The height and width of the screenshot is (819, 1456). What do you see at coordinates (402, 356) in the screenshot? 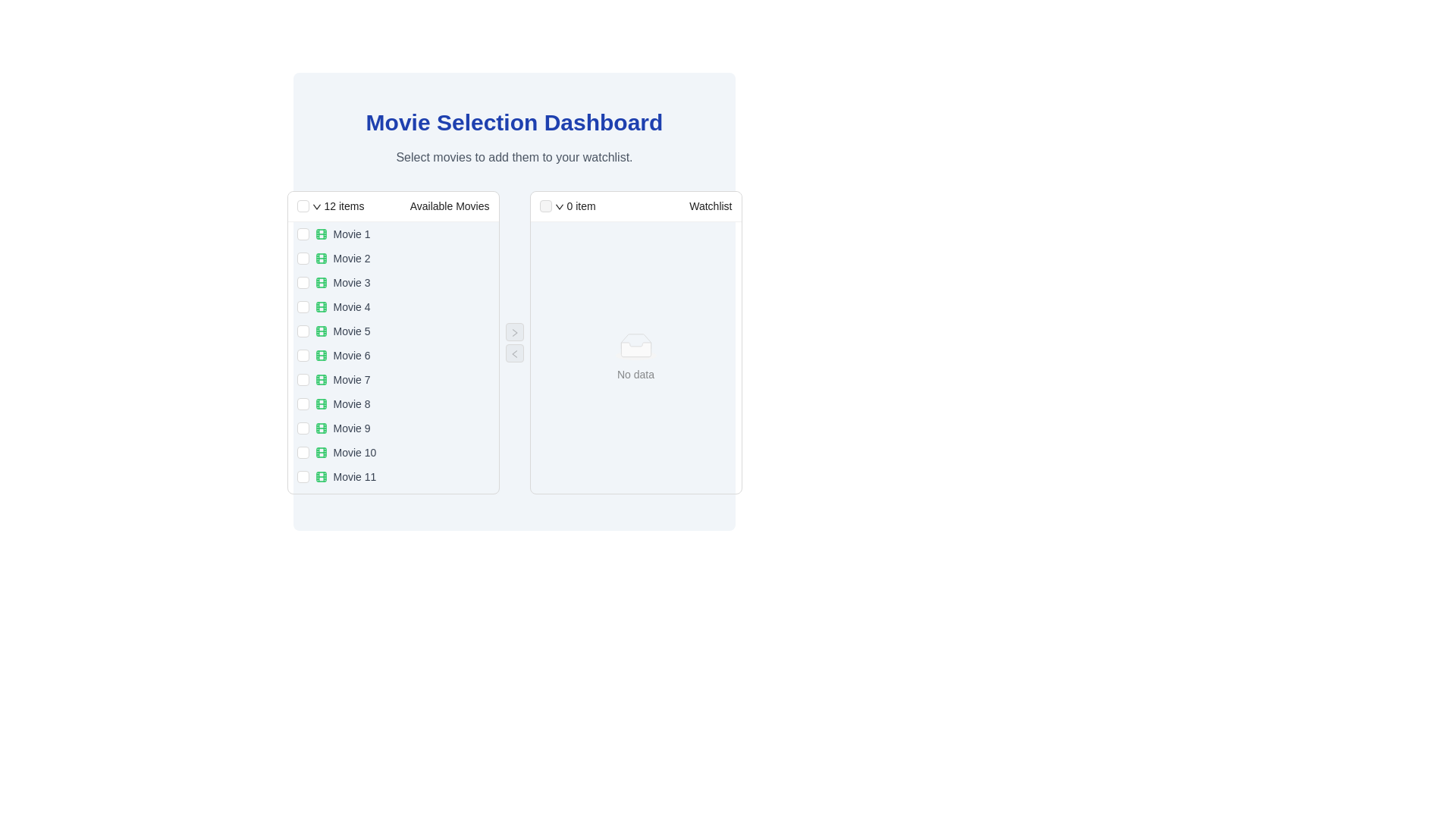
I see `the 'Movie 6' text element with the film icon from the 'Available Movies' section` at bounding box center [402, 356].